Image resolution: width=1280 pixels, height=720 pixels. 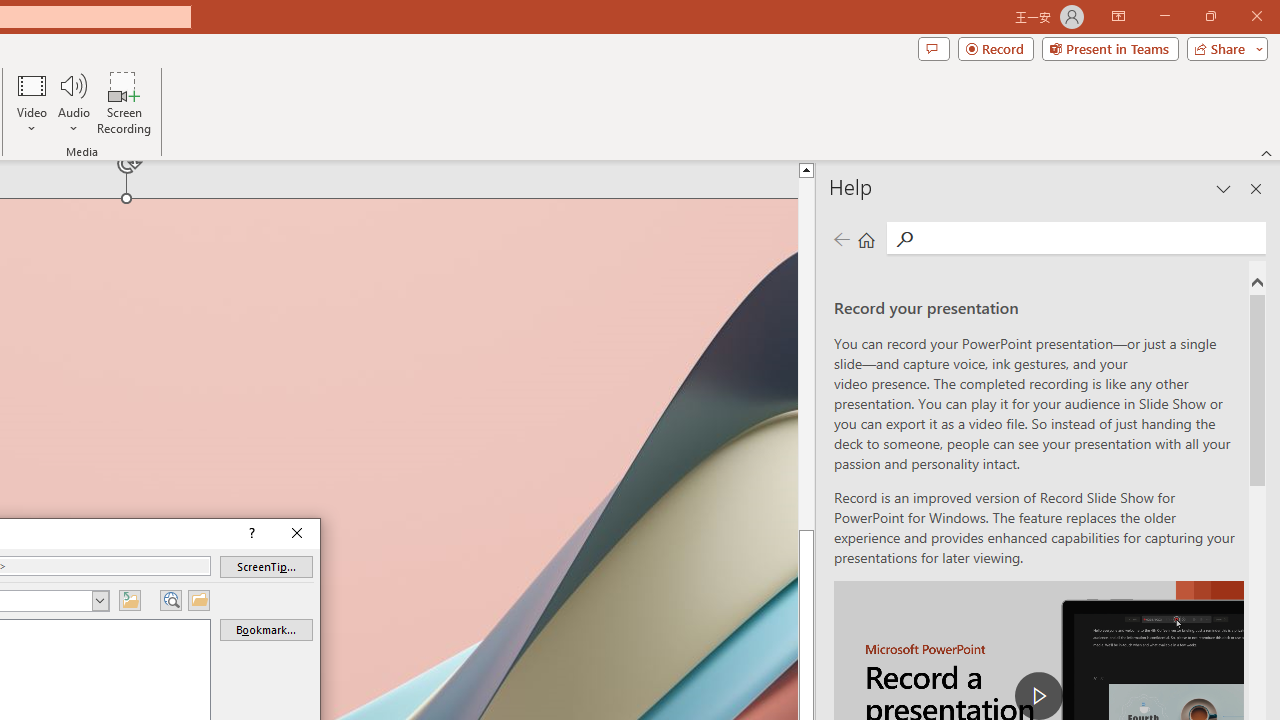 I want to click on 'Bookmark...', so click(x=265, y=630).